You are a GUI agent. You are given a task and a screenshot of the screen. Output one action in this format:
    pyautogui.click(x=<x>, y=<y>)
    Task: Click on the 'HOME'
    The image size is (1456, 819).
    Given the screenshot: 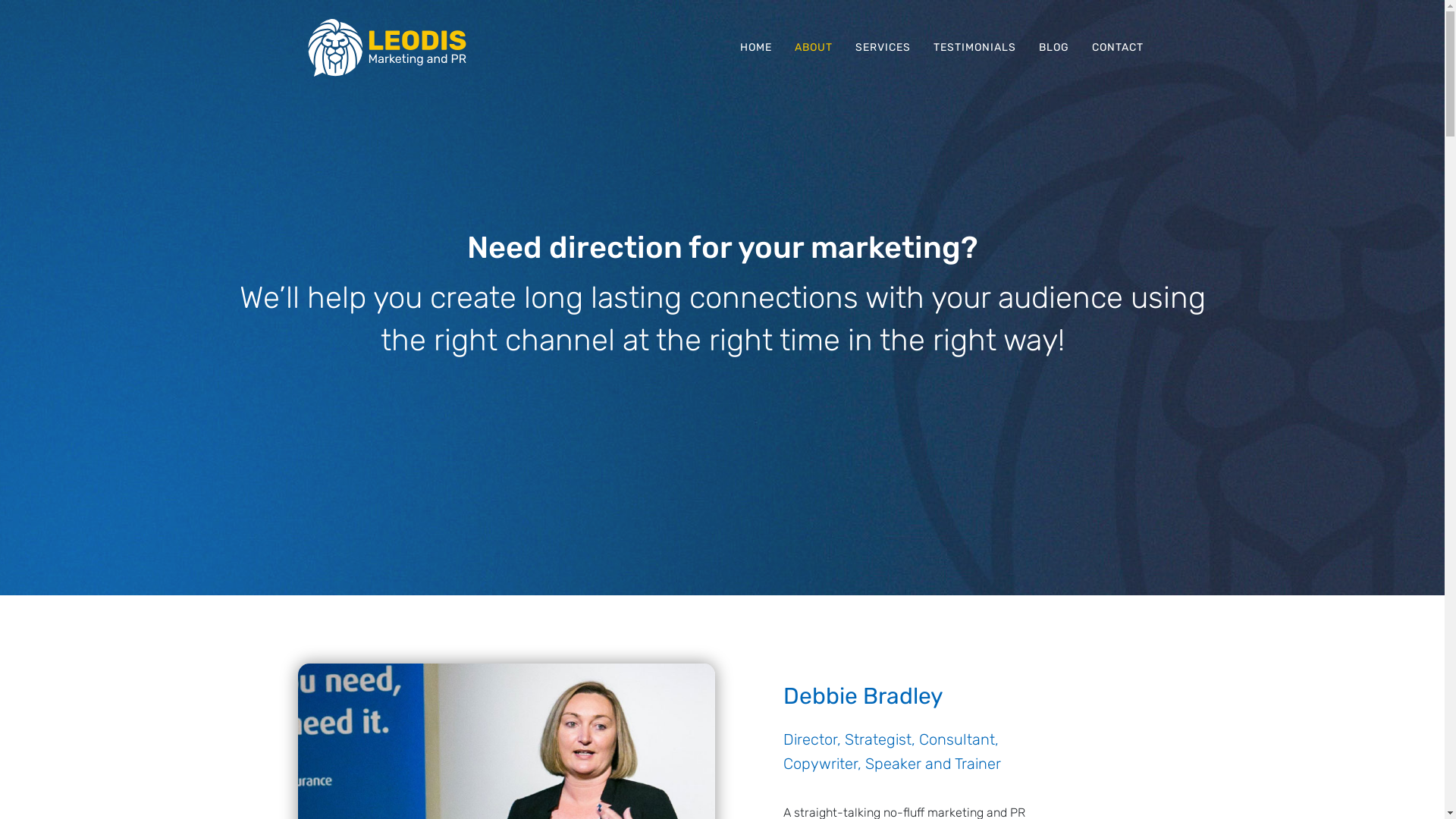 What is the action you would take?
    pyautogui.click(x=735, y=46)
    